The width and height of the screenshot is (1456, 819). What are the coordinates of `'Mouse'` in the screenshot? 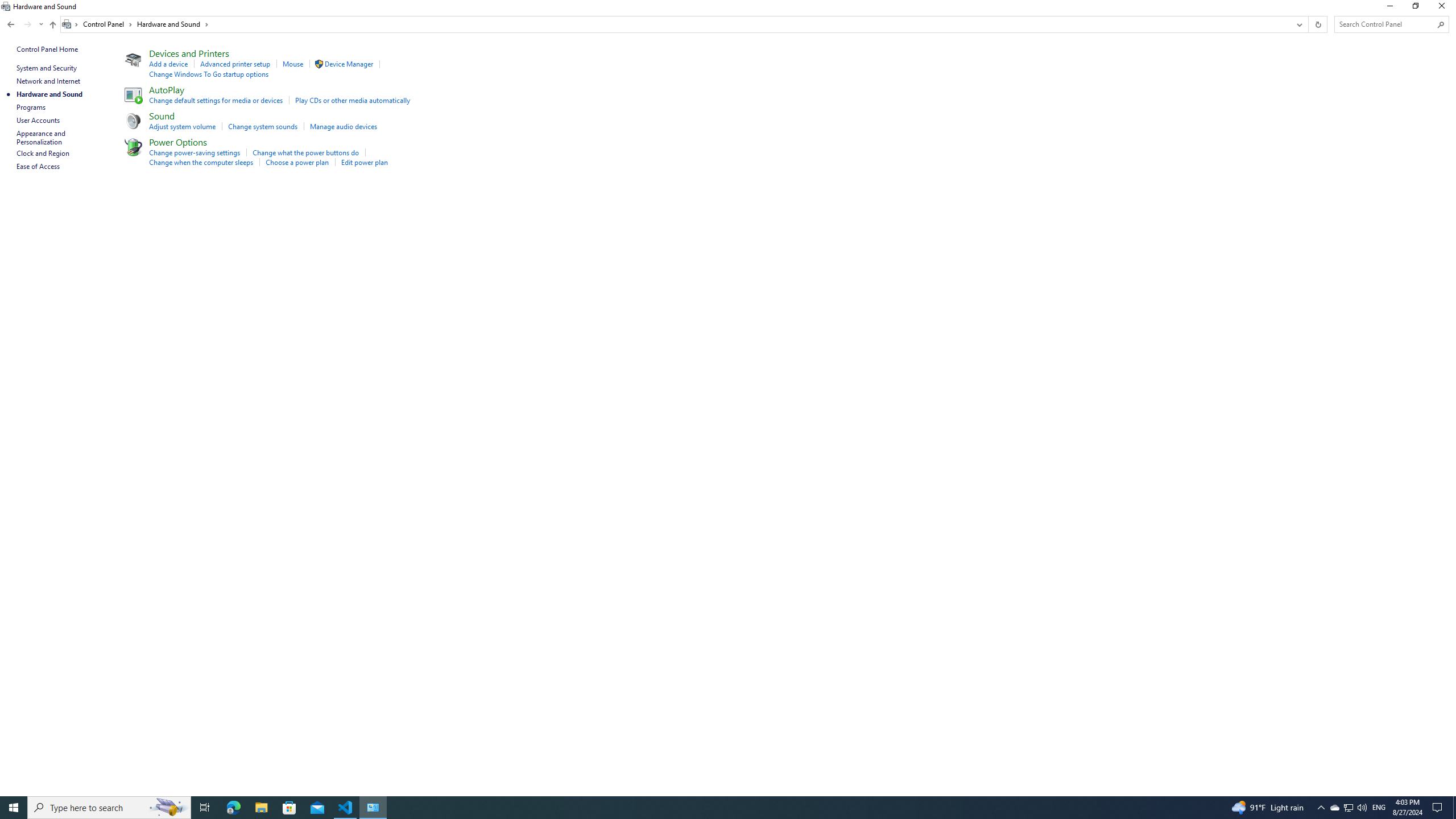 It's located at (292, 63).